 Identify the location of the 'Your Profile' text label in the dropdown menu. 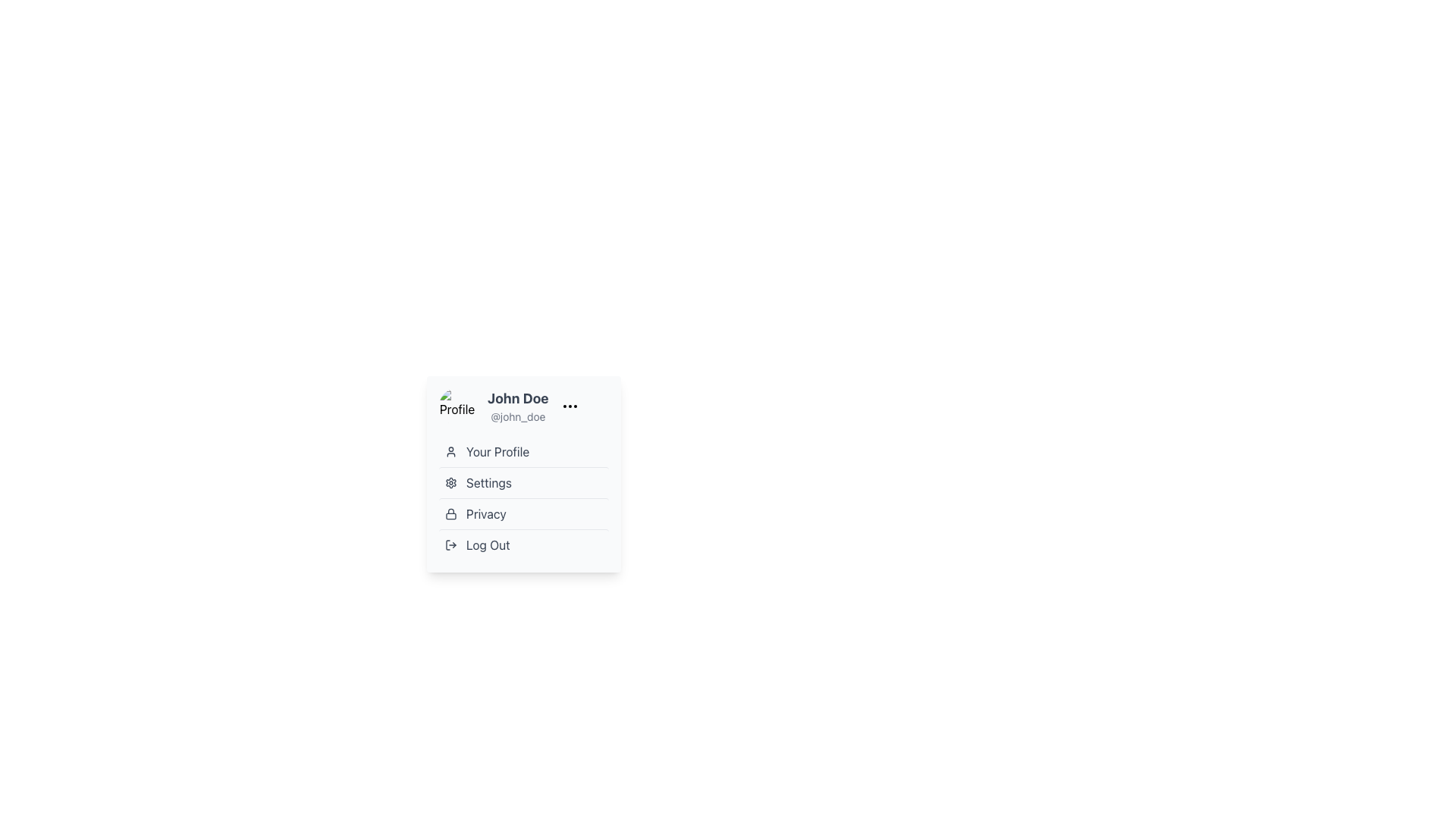
(497, 451).